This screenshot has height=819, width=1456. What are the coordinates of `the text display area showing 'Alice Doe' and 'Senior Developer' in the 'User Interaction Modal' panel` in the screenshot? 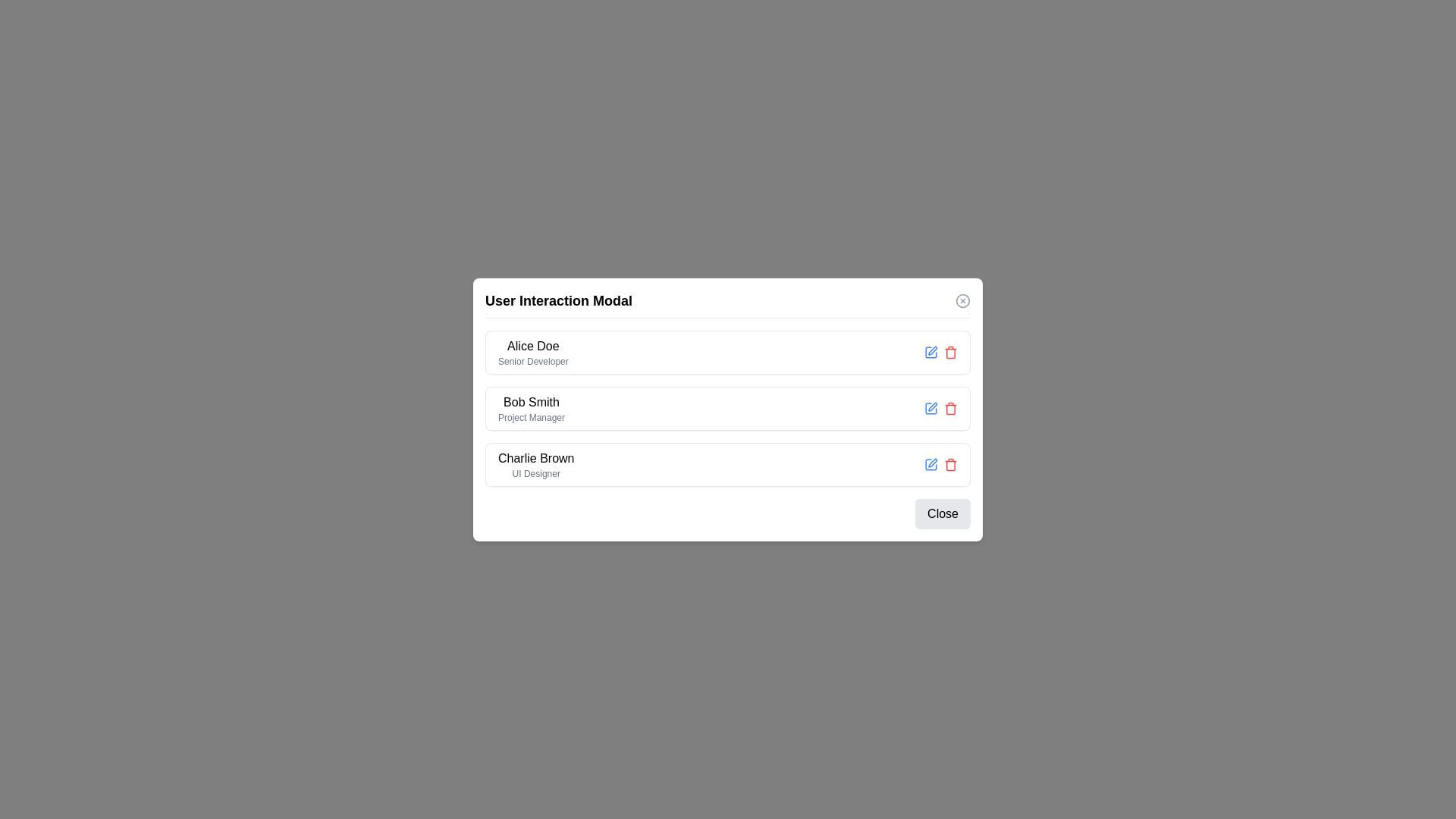 It's located at (533, 352).